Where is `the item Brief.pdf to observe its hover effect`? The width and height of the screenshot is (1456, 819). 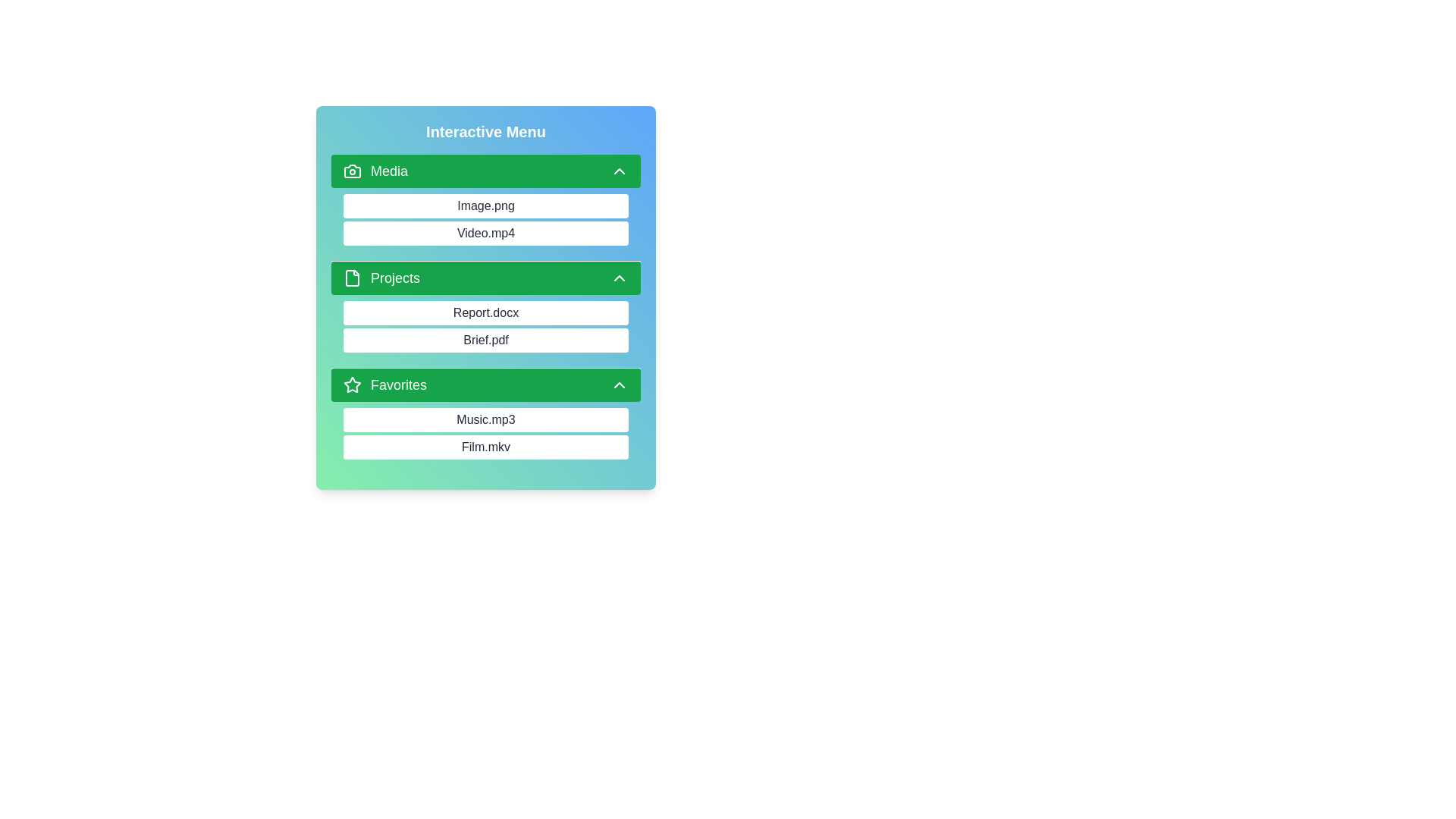
the item Brief.pdf to observe its hover effect is located at coordinates (486, 339).